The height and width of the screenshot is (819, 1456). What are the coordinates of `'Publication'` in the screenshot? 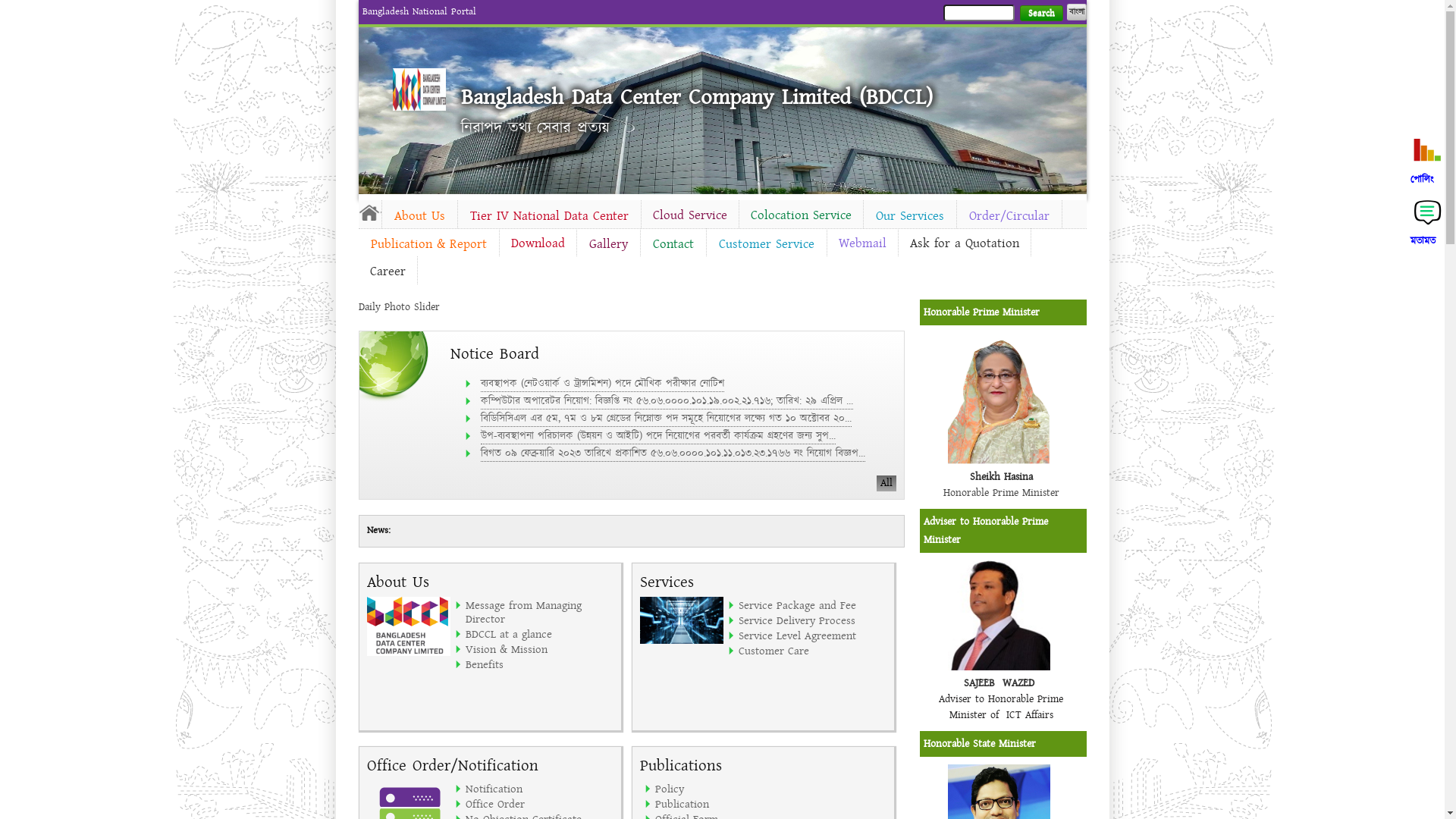 It's located at (729, 803).